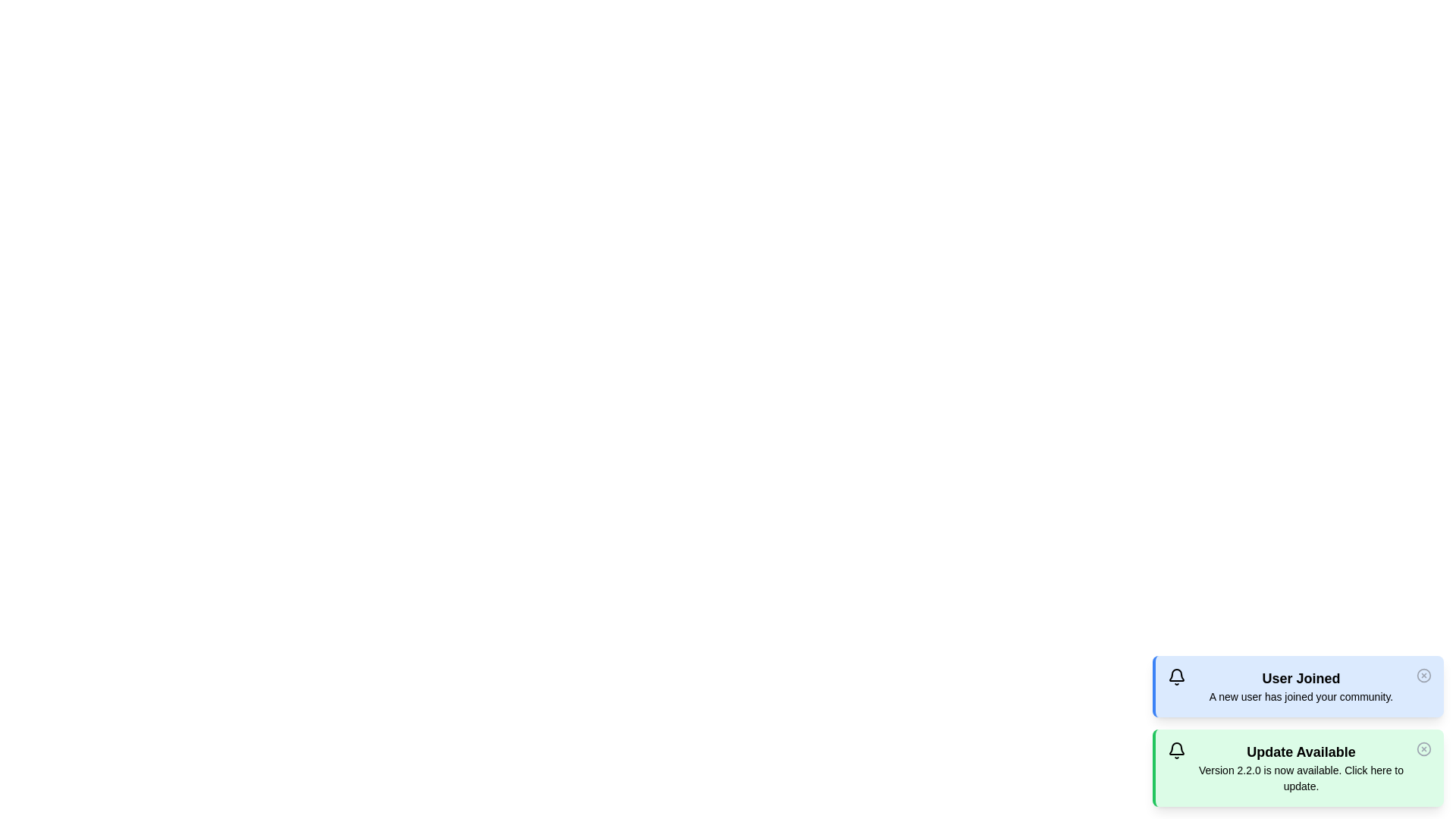  Describe the element at coordinates (1298, 686) in the screenshot. I see `the notification to read its details` at that location.